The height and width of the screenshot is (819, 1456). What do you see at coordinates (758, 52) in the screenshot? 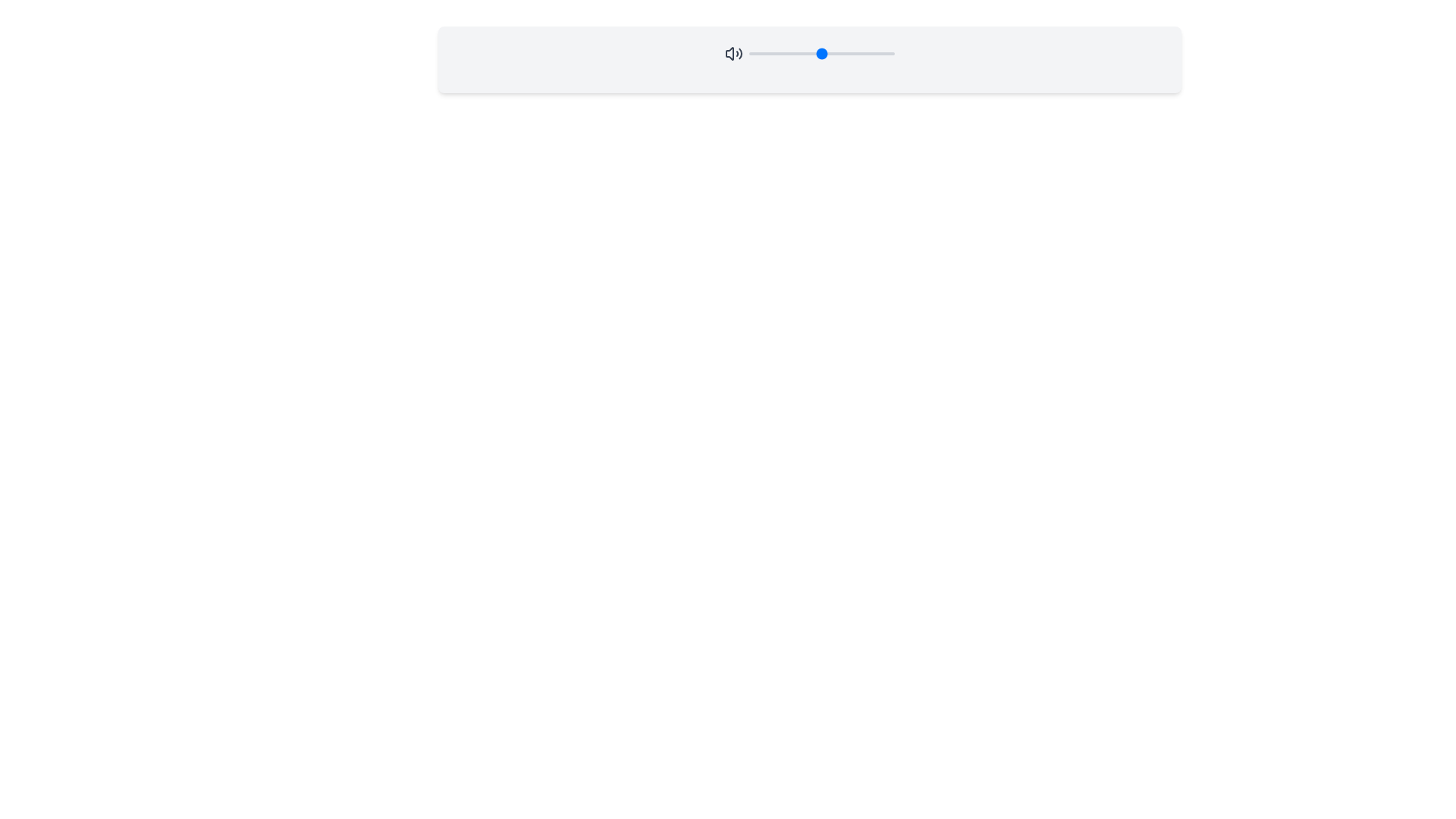
I see `volume level` at bounding box center [758, 52].